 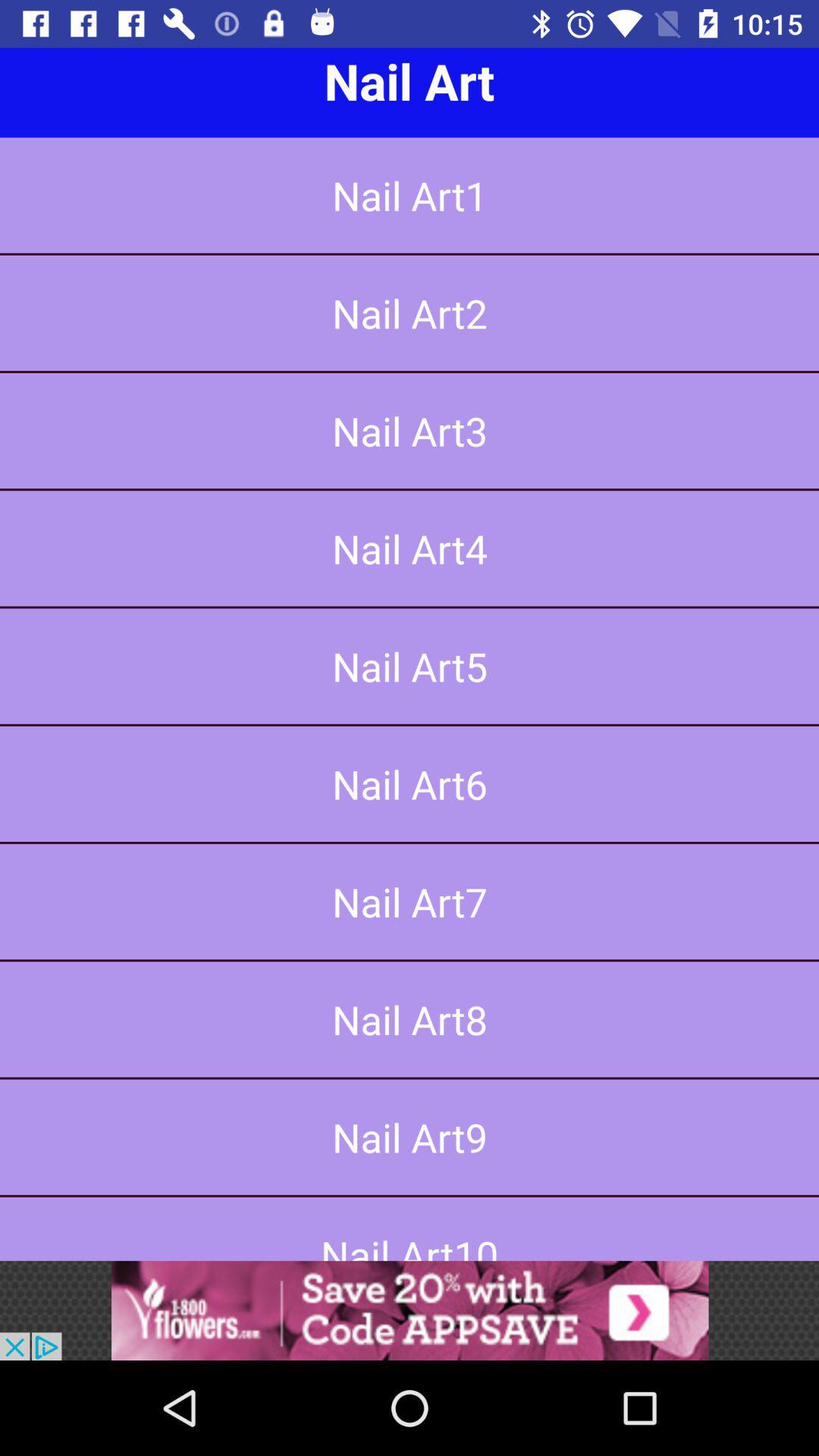 What do you see at coordinates (409, 1310) in the screenshot?
I see `banner` at bounding box center [409, 1310].